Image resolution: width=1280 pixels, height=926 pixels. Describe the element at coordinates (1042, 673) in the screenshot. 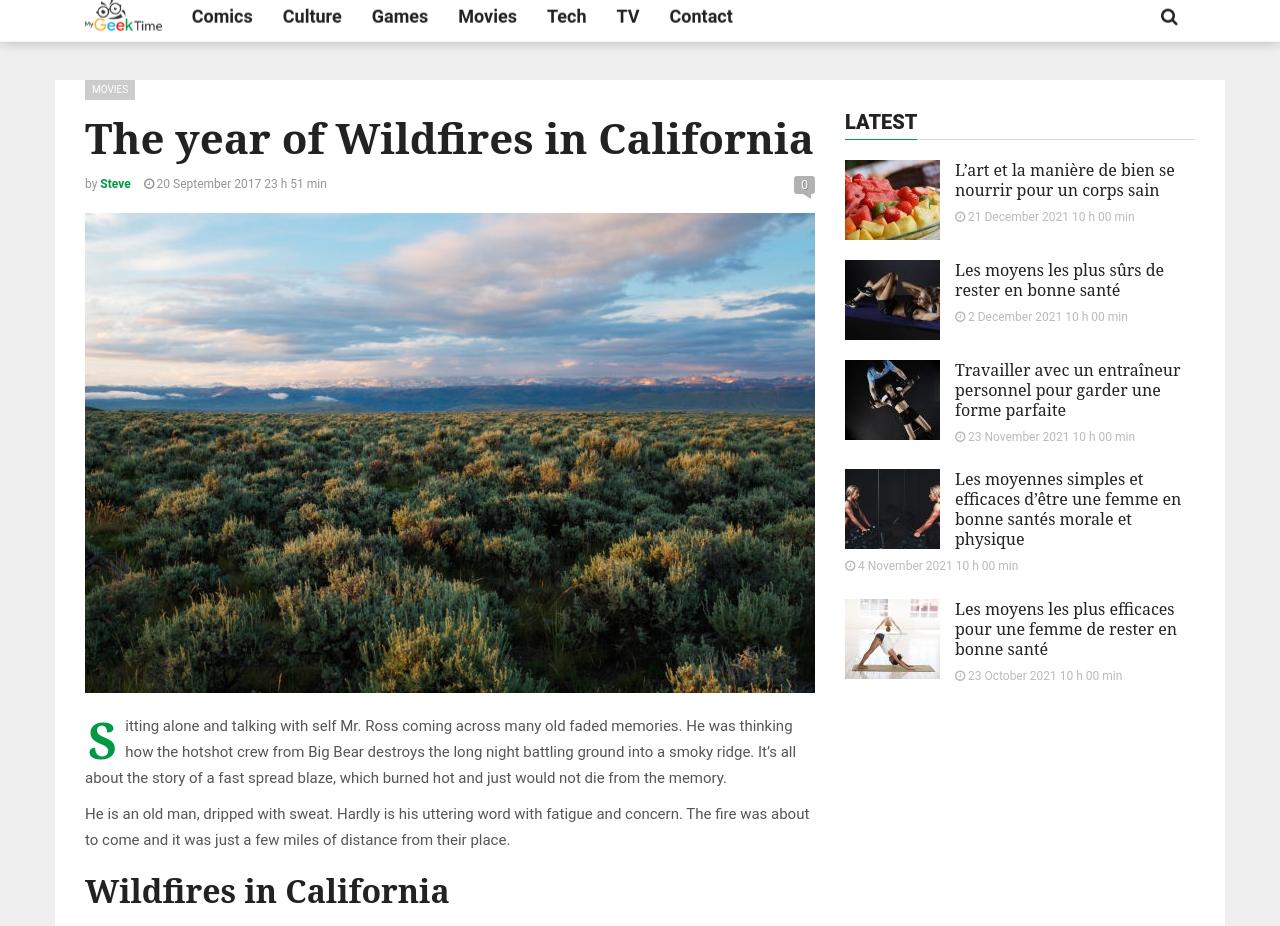

I see `'23 October 2021 10 h 00 min'` at that location.